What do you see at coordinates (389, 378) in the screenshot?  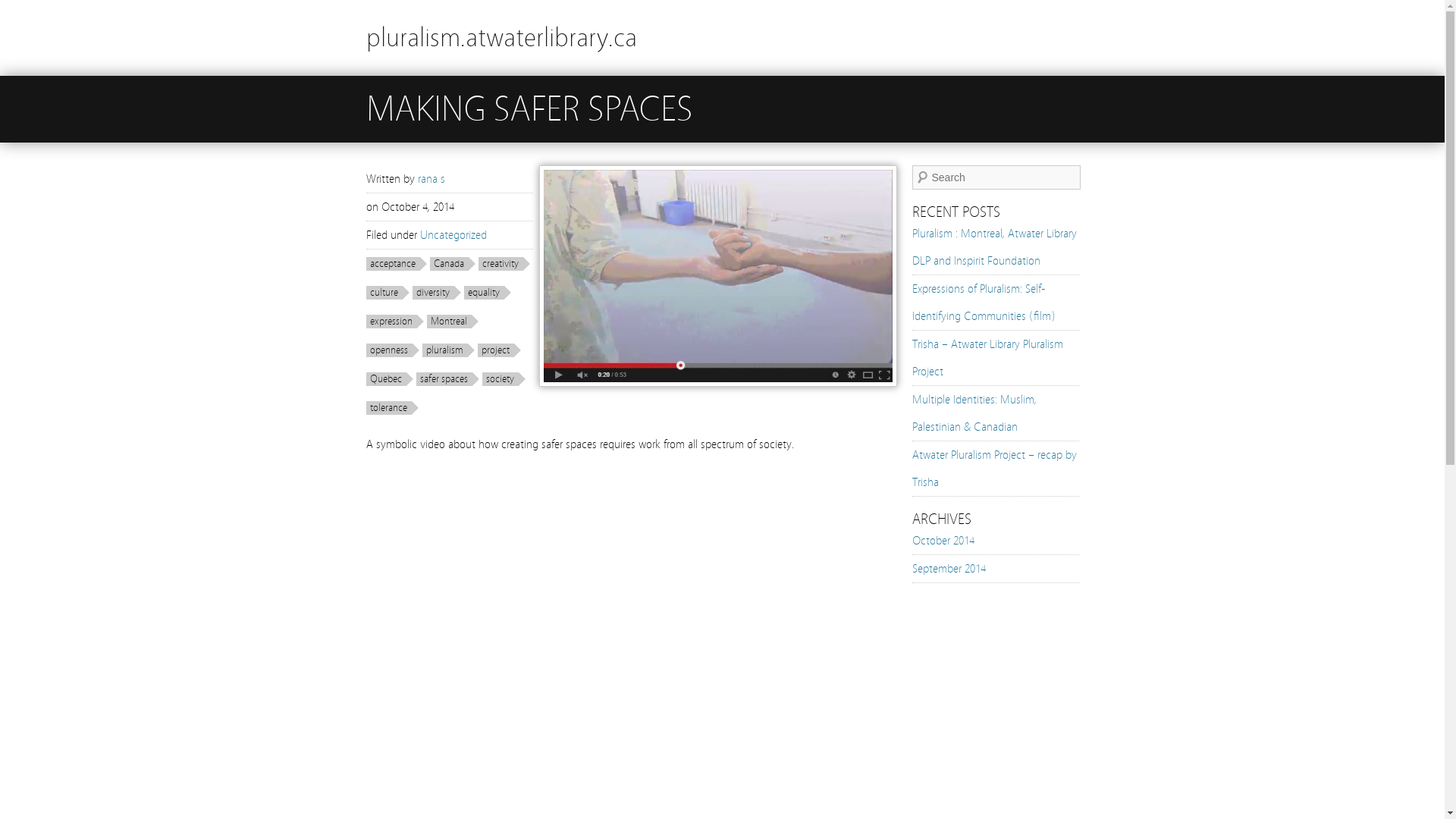 I see `'Quebec'` at bounding box center [389, 378].